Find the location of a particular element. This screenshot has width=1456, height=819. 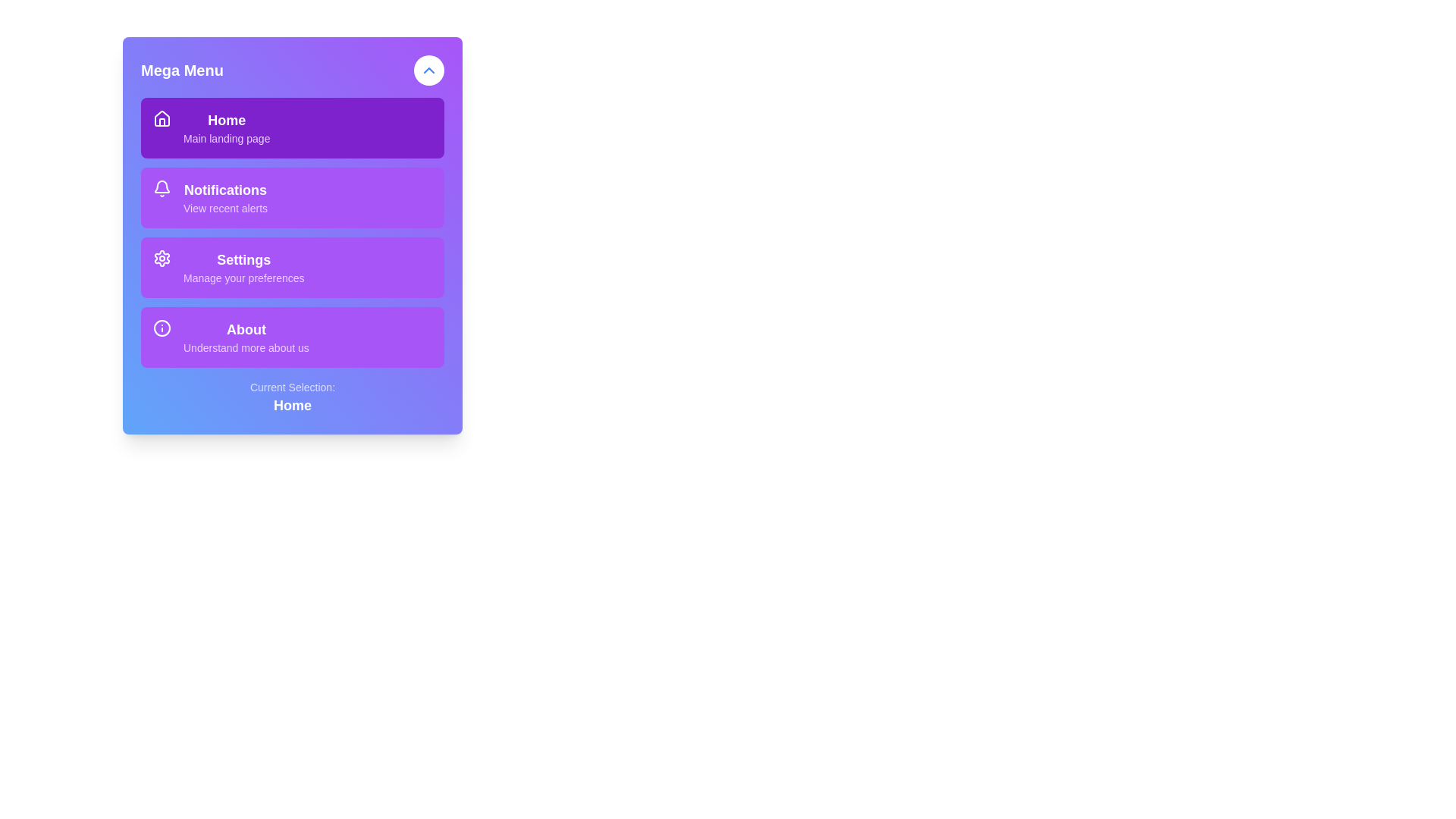

the notifications icon, which is the second icon from the top in the vertical menu, located directly below the 'Home' menu item and above the 'Settings' menu item is located at coordinates (162, 186).